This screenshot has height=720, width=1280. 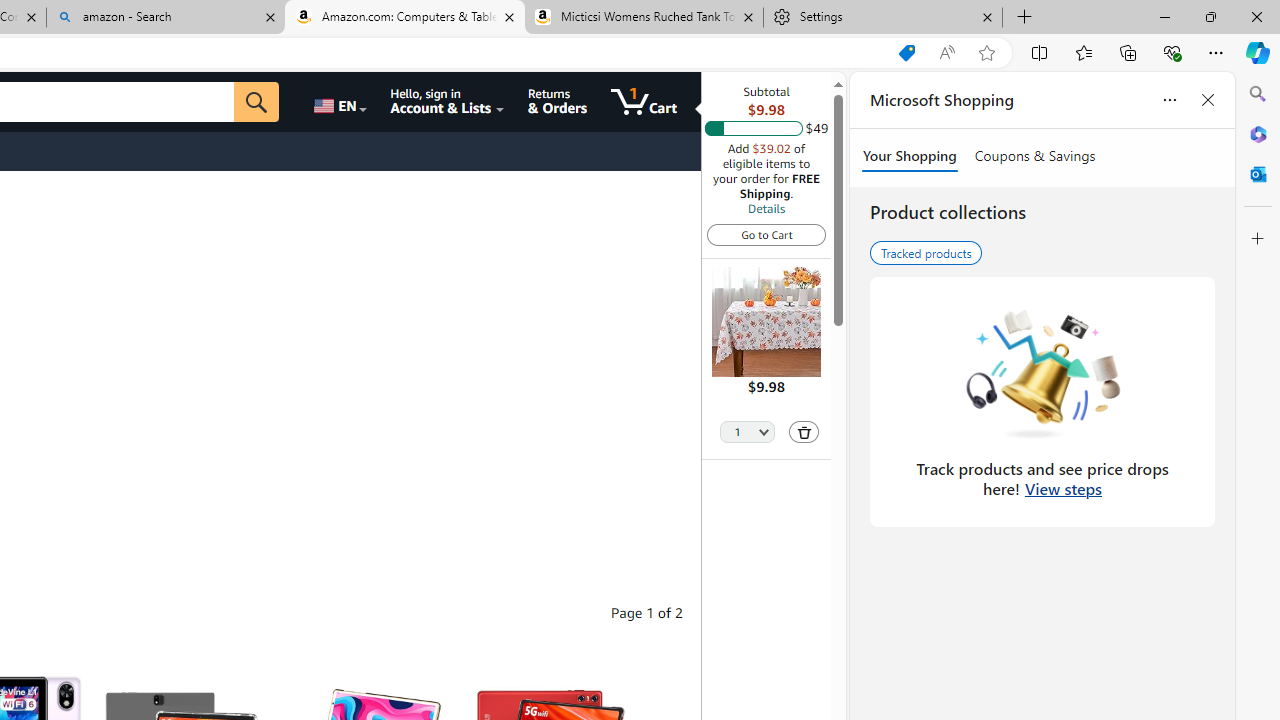 What do you see at coordinates (746, 429) in the screenshot?
I see `'Quantity Selector'` at bounding box center [746, 429].